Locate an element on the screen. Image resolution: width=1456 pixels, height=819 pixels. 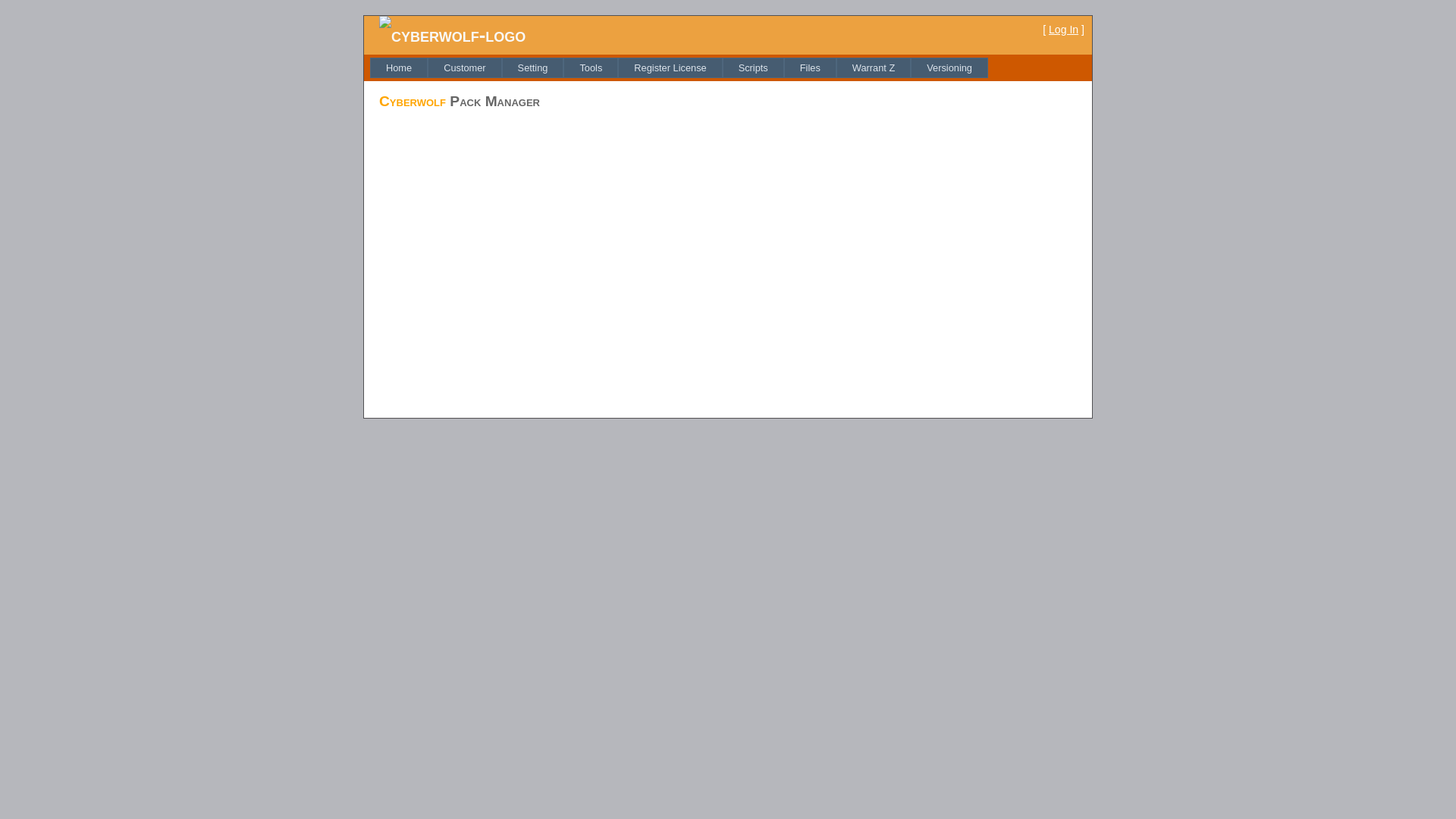
'Files' is located at coordinates (809, 67).